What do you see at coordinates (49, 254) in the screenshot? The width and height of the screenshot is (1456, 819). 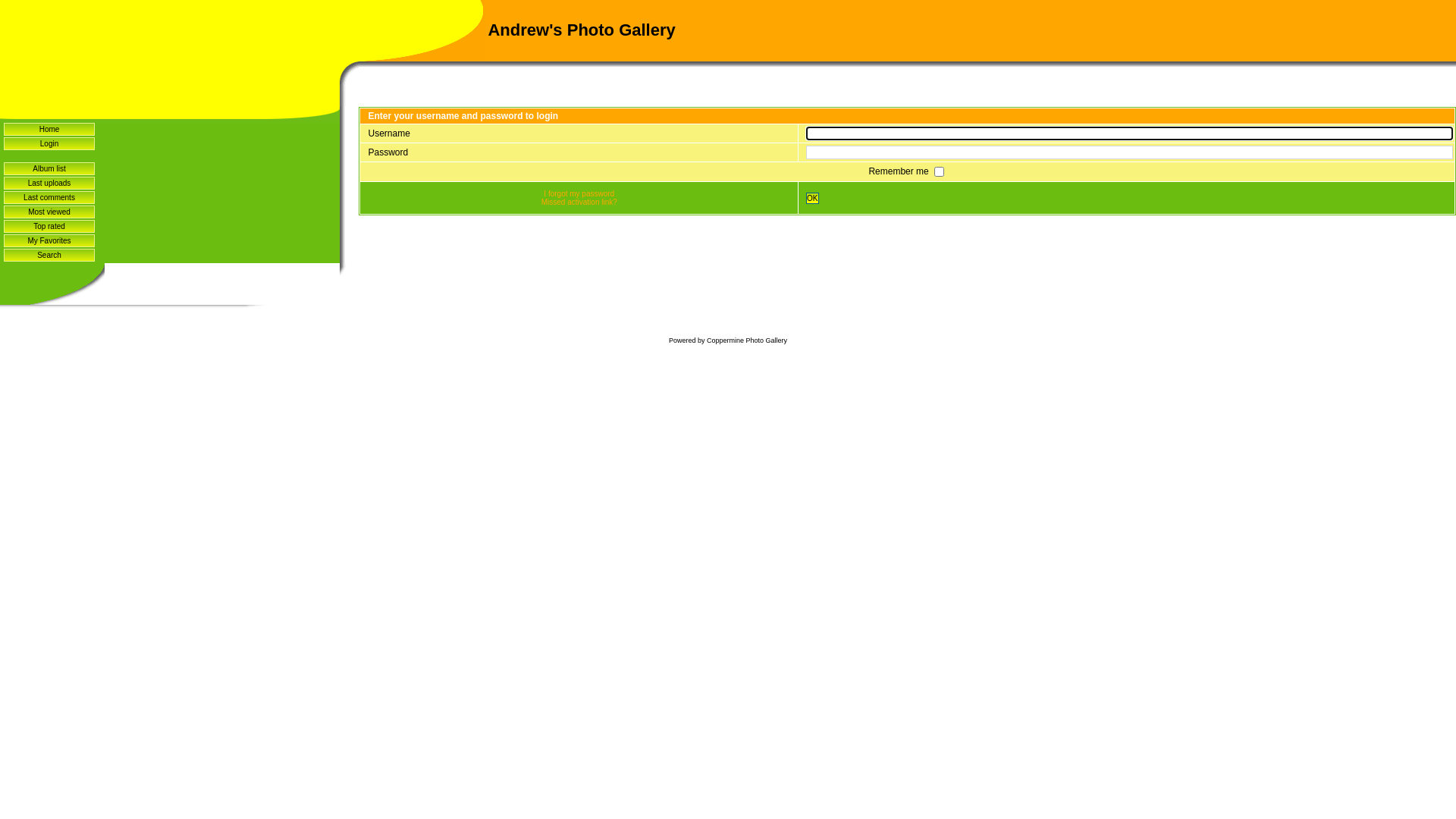 I see `'Search'` at bounding box center [49, 254].